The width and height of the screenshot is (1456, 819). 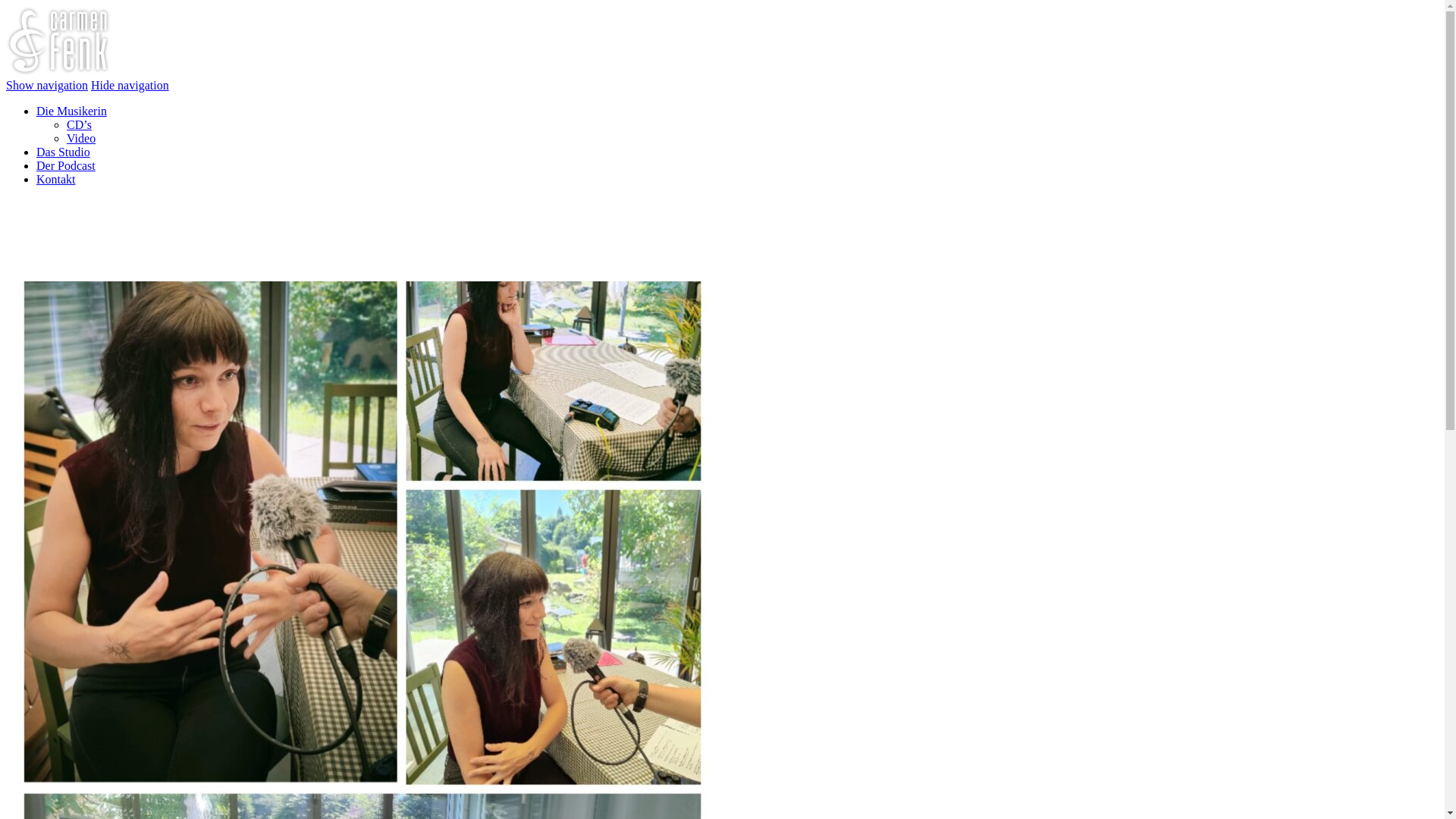 I want to click on 'Video', so click(x=80, y=138).